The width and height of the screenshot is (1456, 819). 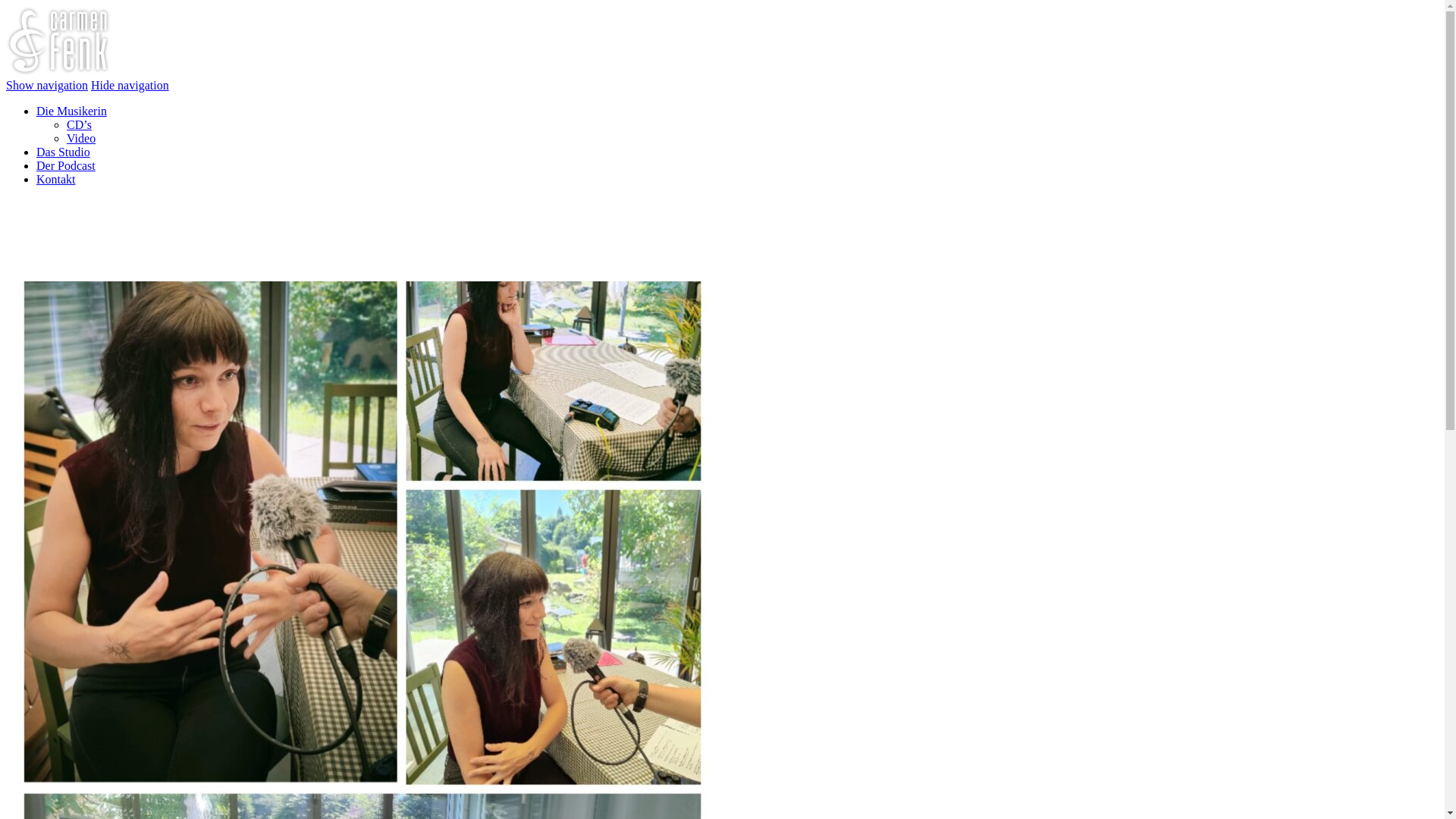 I want to click on 'Video', so click(x=80, y=138).